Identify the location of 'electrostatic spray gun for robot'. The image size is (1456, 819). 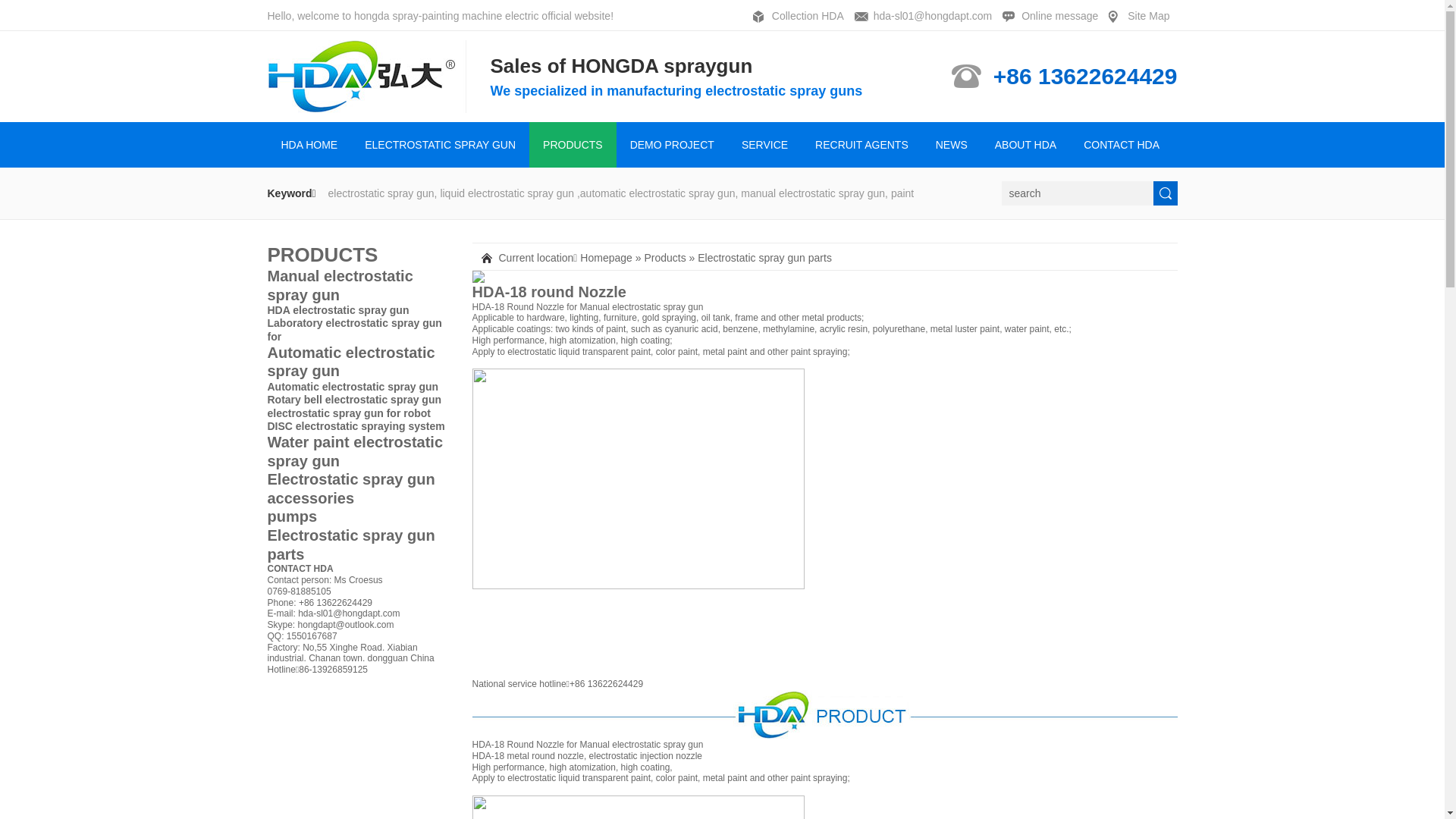
(347, 413).